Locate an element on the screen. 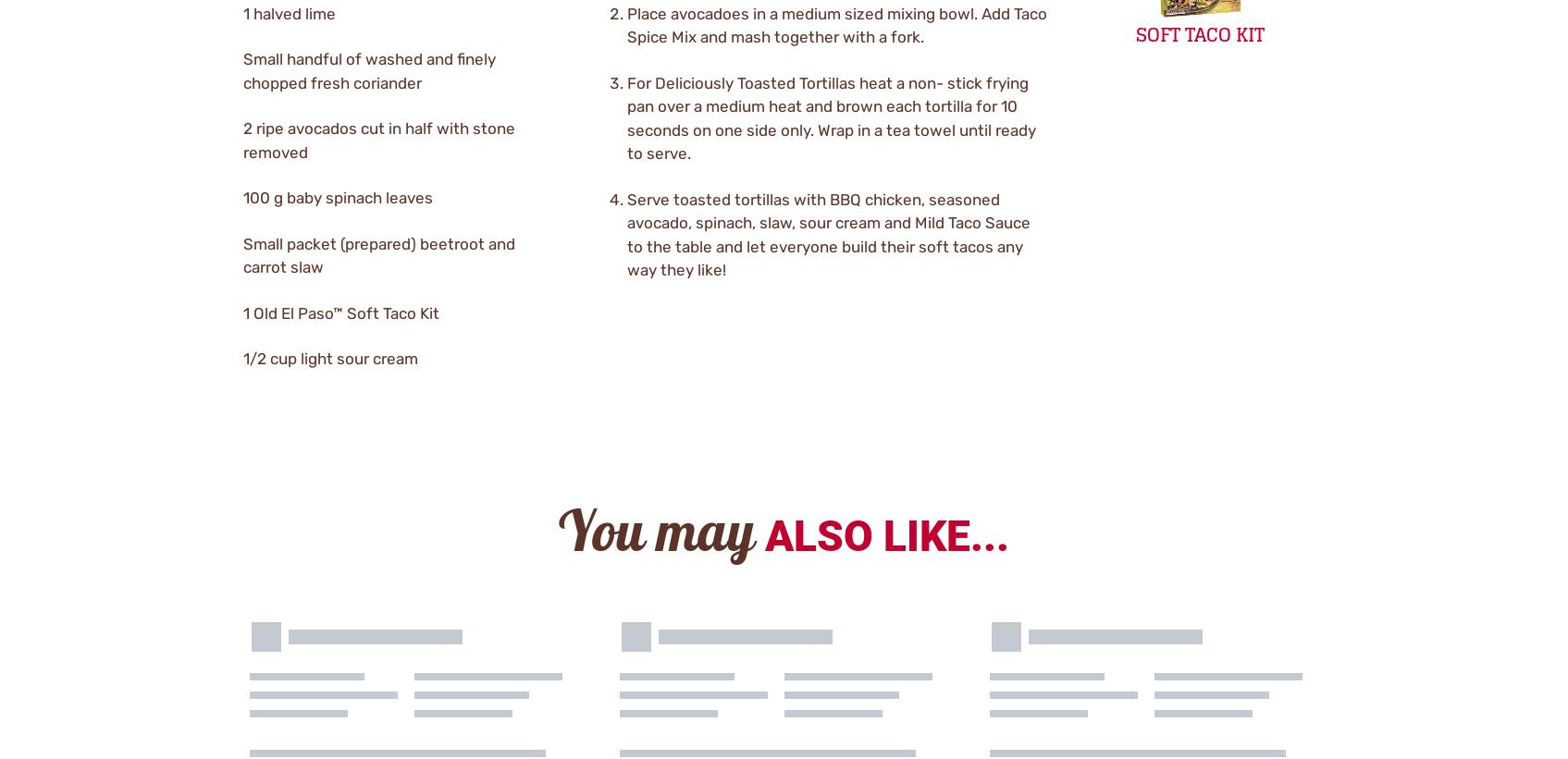 This screenshot has height=759, width=1568. 'Small handful of washed and finely chopped fresh coriander' is located at coordinates (242, 70).